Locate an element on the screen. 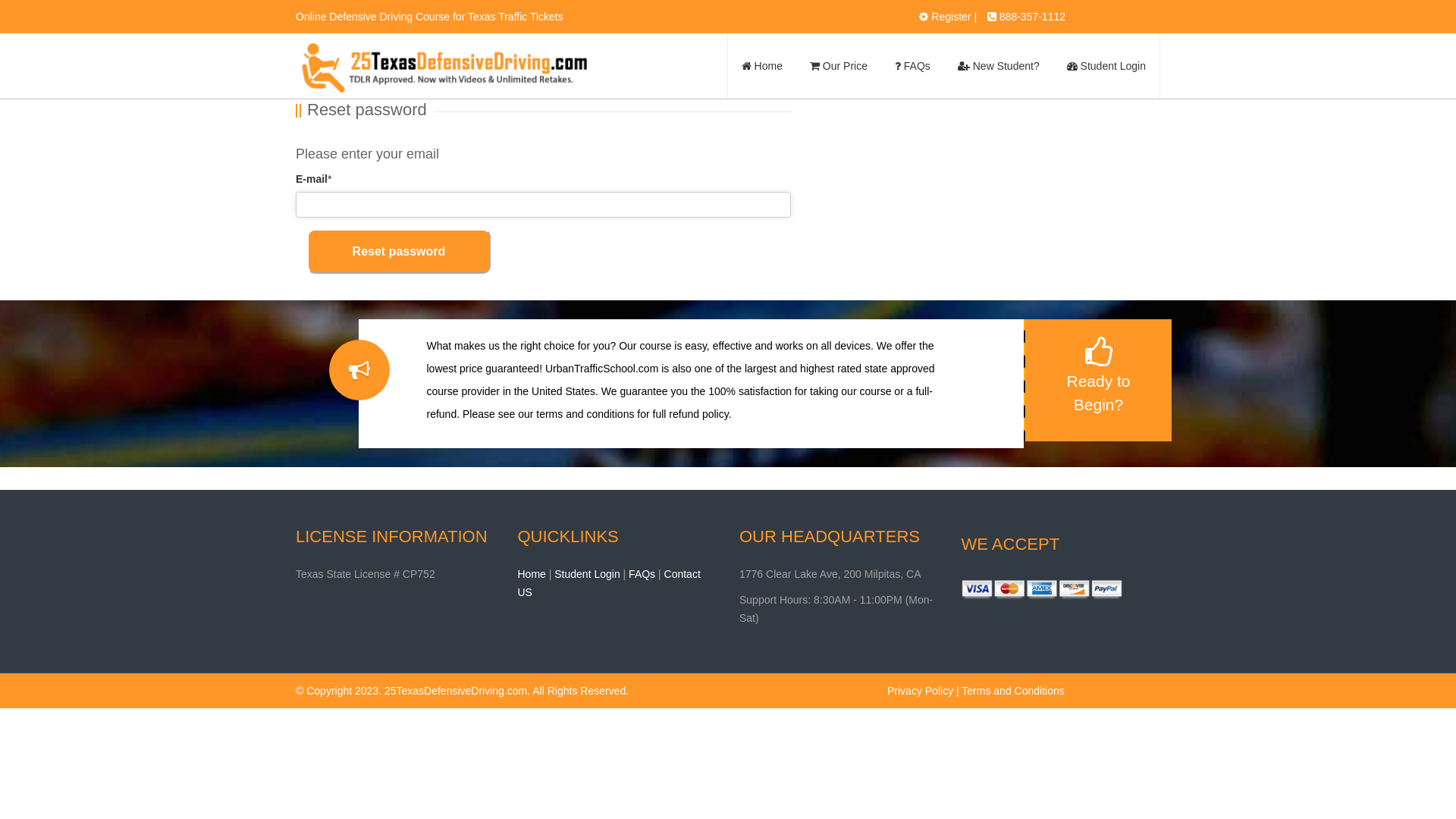 The image size is (1456, 819). 'New Student?' is located at coordinates (943, 65).